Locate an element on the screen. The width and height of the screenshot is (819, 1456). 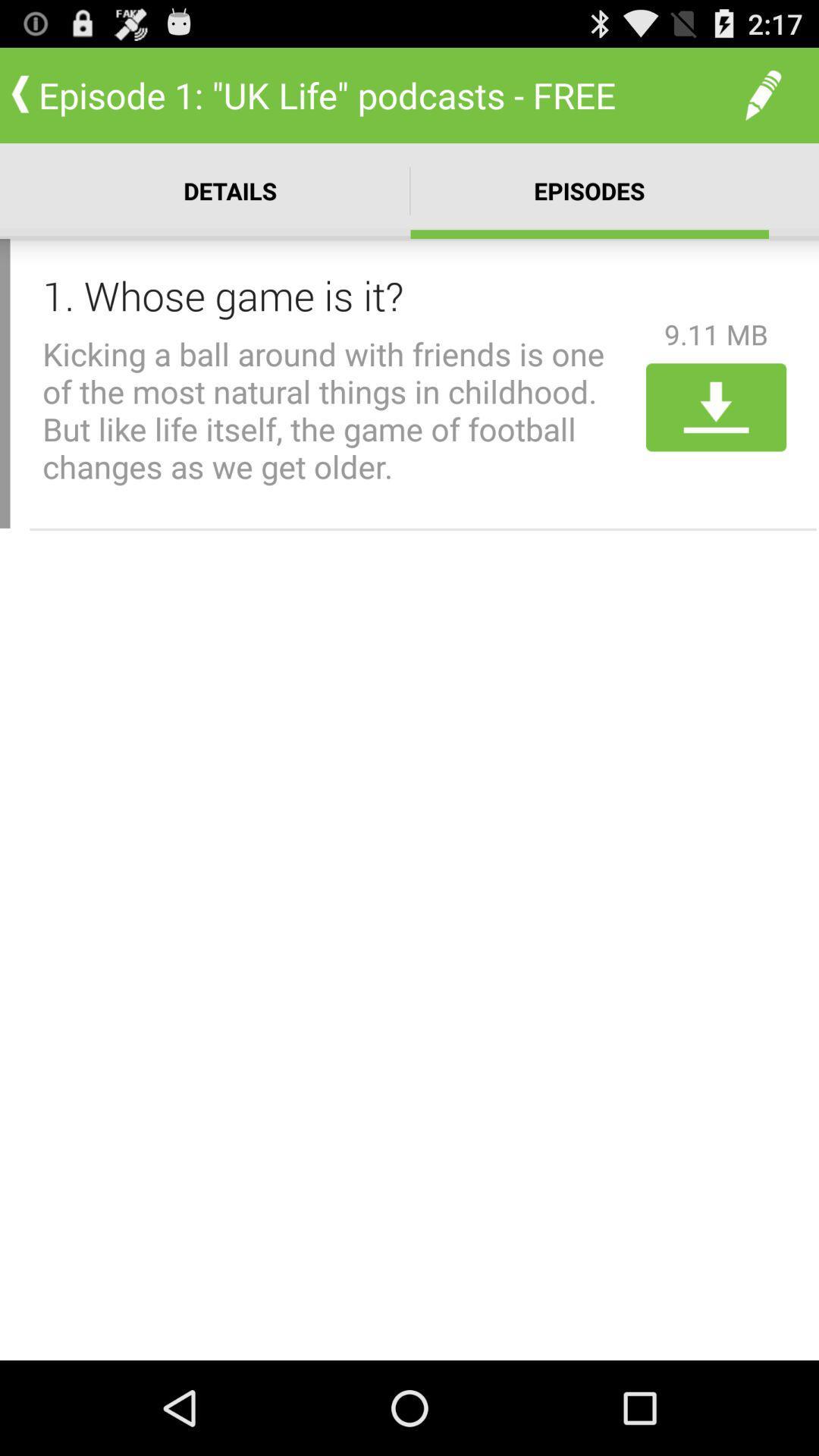
icon next to the 9.11 mb app is located at coordinates (338, 295).